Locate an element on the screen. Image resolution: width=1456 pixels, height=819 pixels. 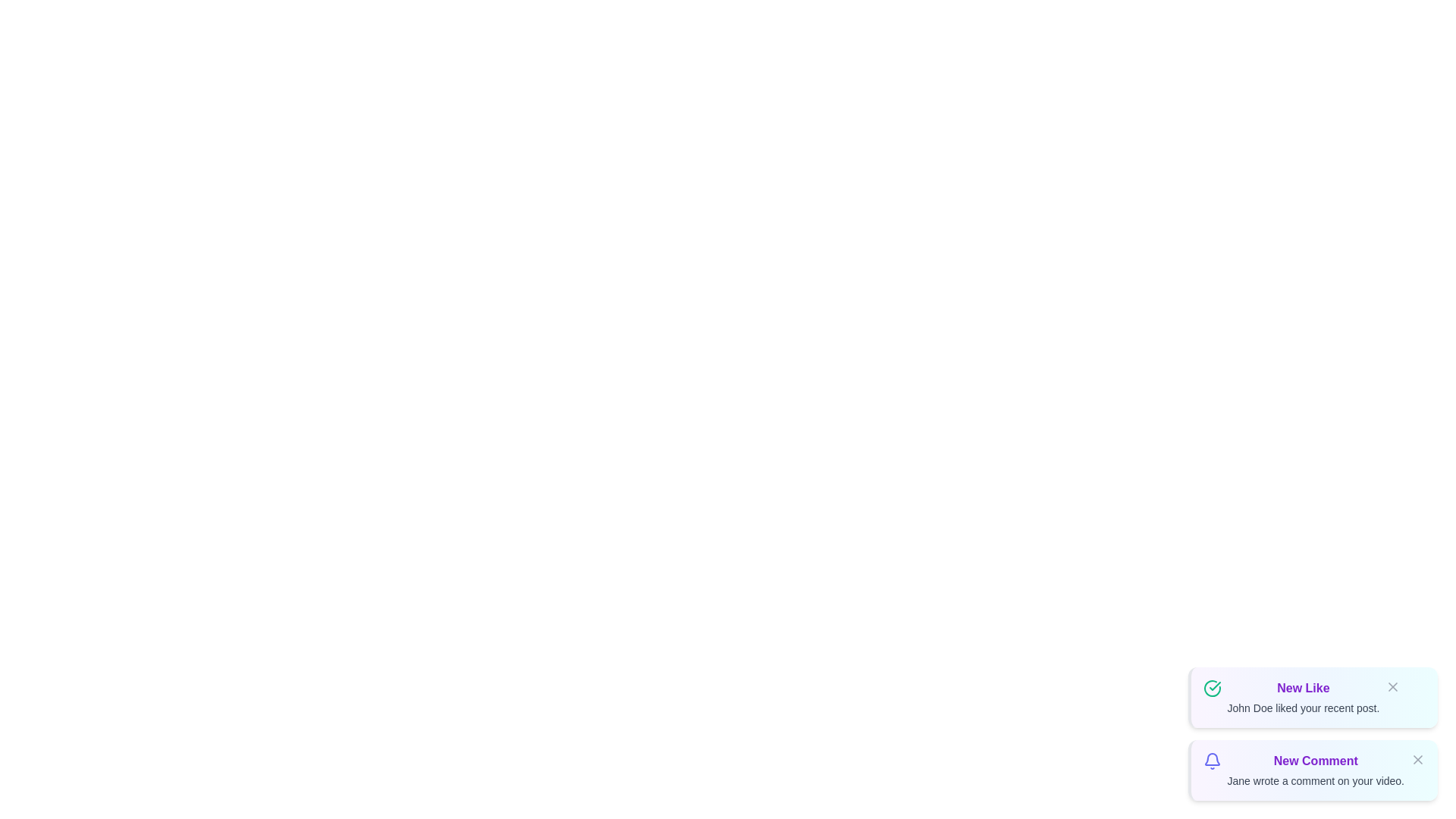
the notification labeled 'New Like' is located at coordinates (1312, 698).